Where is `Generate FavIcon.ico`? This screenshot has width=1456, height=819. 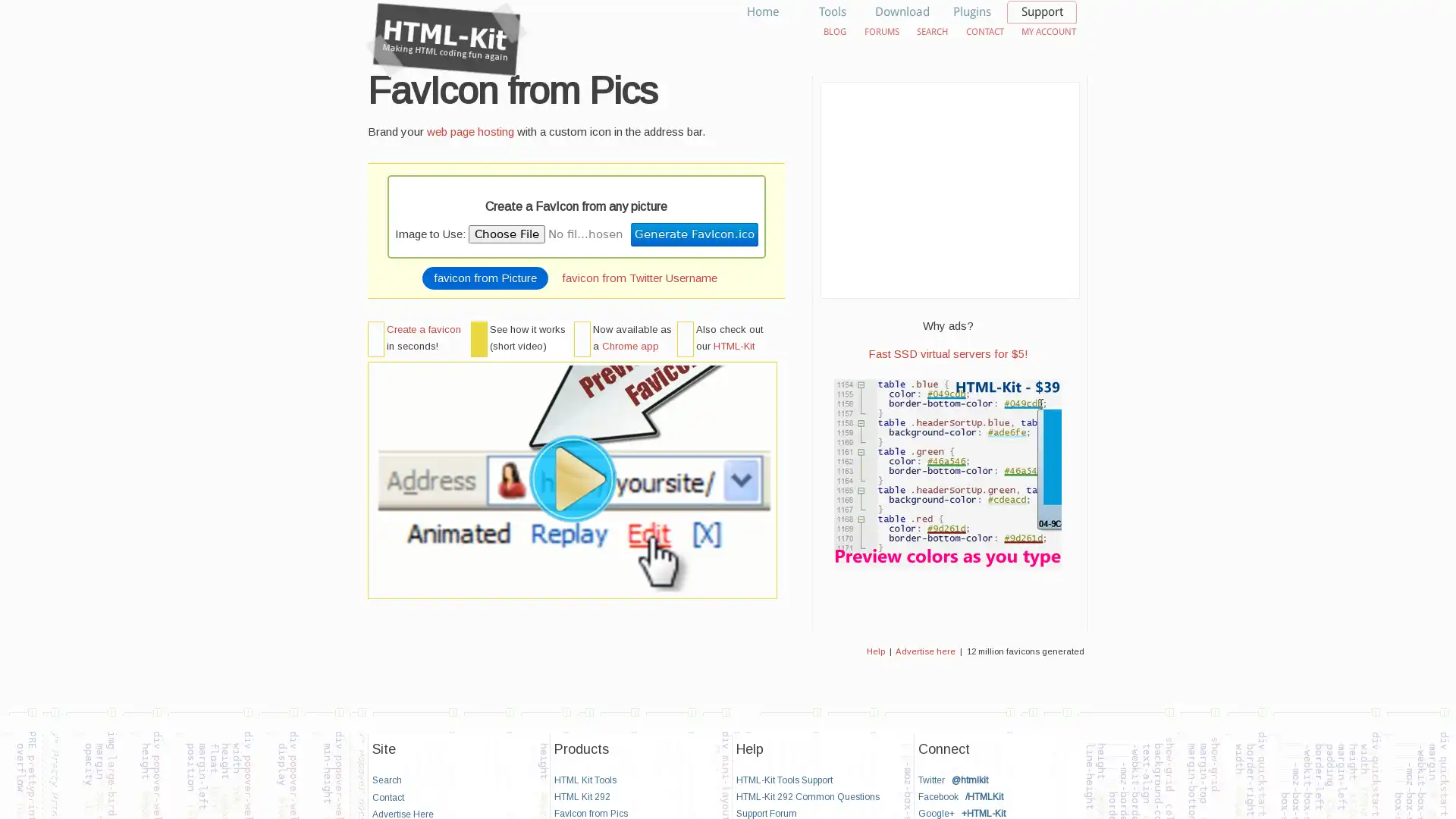
Generate FavIcon.ico is located at coordinates (693, 234).